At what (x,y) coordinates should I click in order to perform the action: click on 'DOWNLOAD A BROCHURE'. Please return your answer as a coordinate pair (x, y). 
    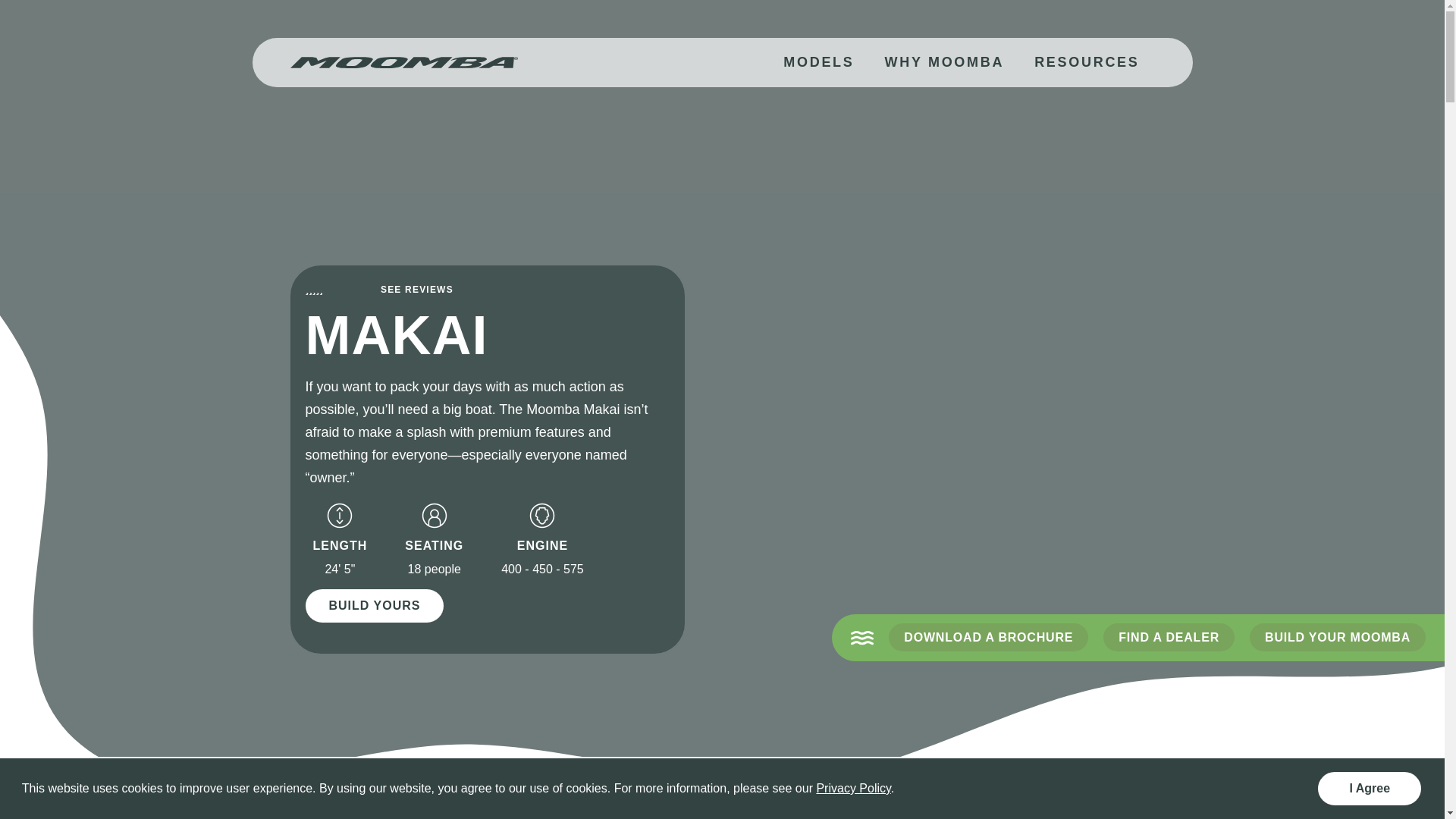
    Looking at the image, I should click on (888, 637).